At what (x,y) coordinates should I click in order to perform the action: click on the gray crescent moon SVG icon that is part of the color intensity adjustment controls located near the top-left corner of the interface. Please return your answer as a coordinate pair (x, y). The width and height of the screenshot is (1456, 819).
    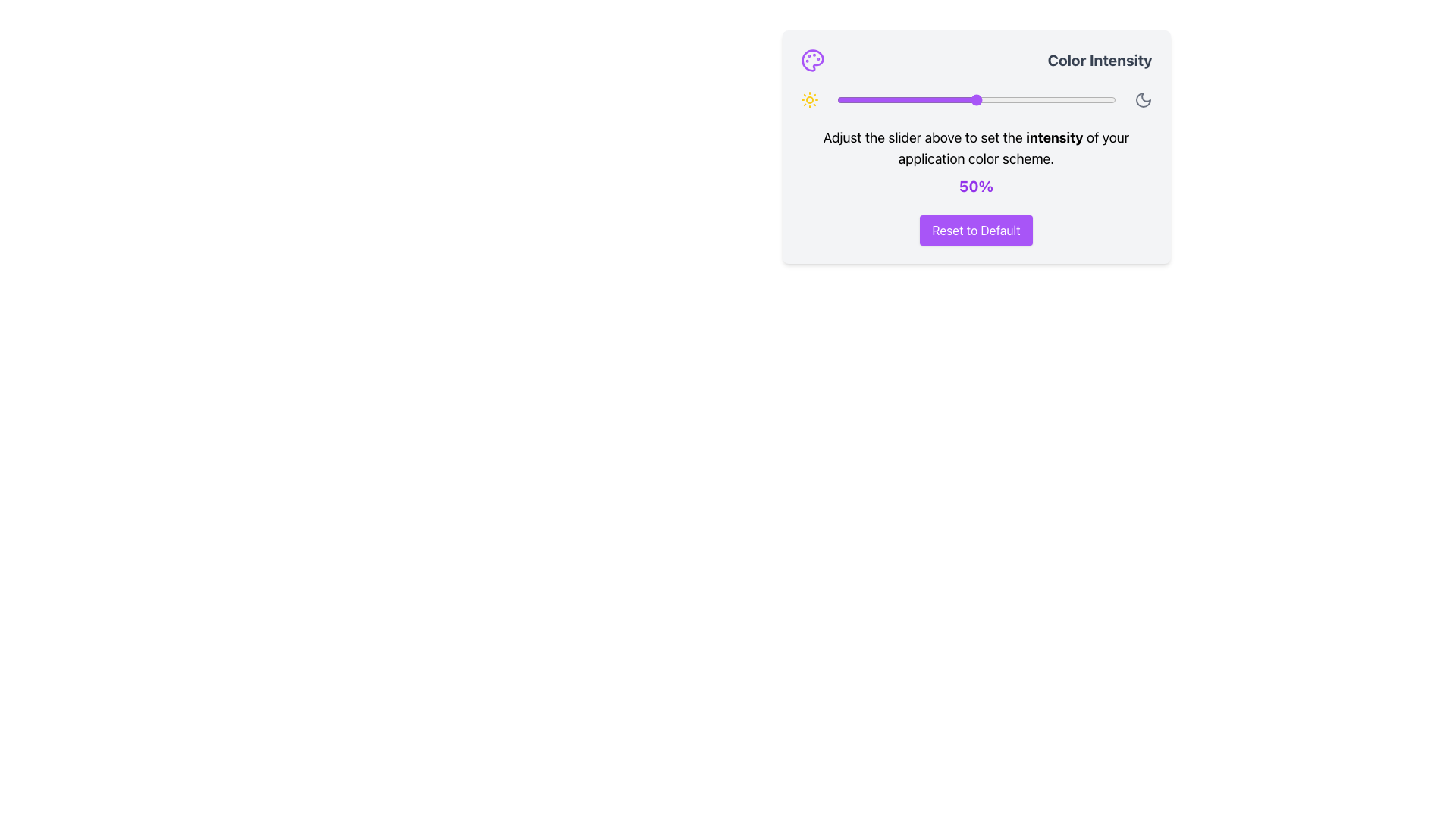
    Looking at the image, I should click on (1143, 99).